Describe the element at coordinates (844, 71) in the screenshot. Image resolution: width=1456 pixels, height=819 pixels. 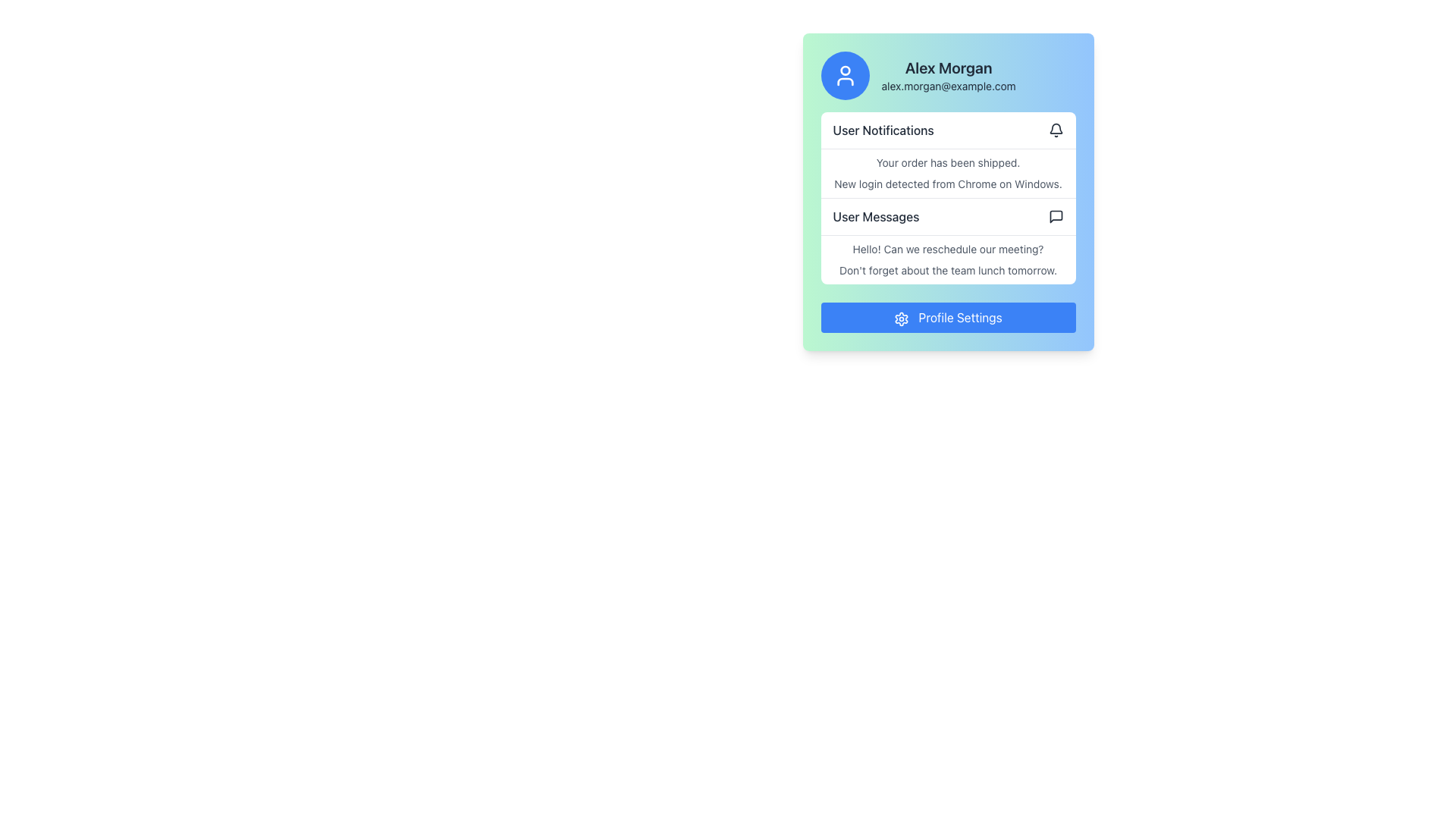
I see `circular graphical element within the user icon avatar located at the top left of the card for debugging purposes` at that location.